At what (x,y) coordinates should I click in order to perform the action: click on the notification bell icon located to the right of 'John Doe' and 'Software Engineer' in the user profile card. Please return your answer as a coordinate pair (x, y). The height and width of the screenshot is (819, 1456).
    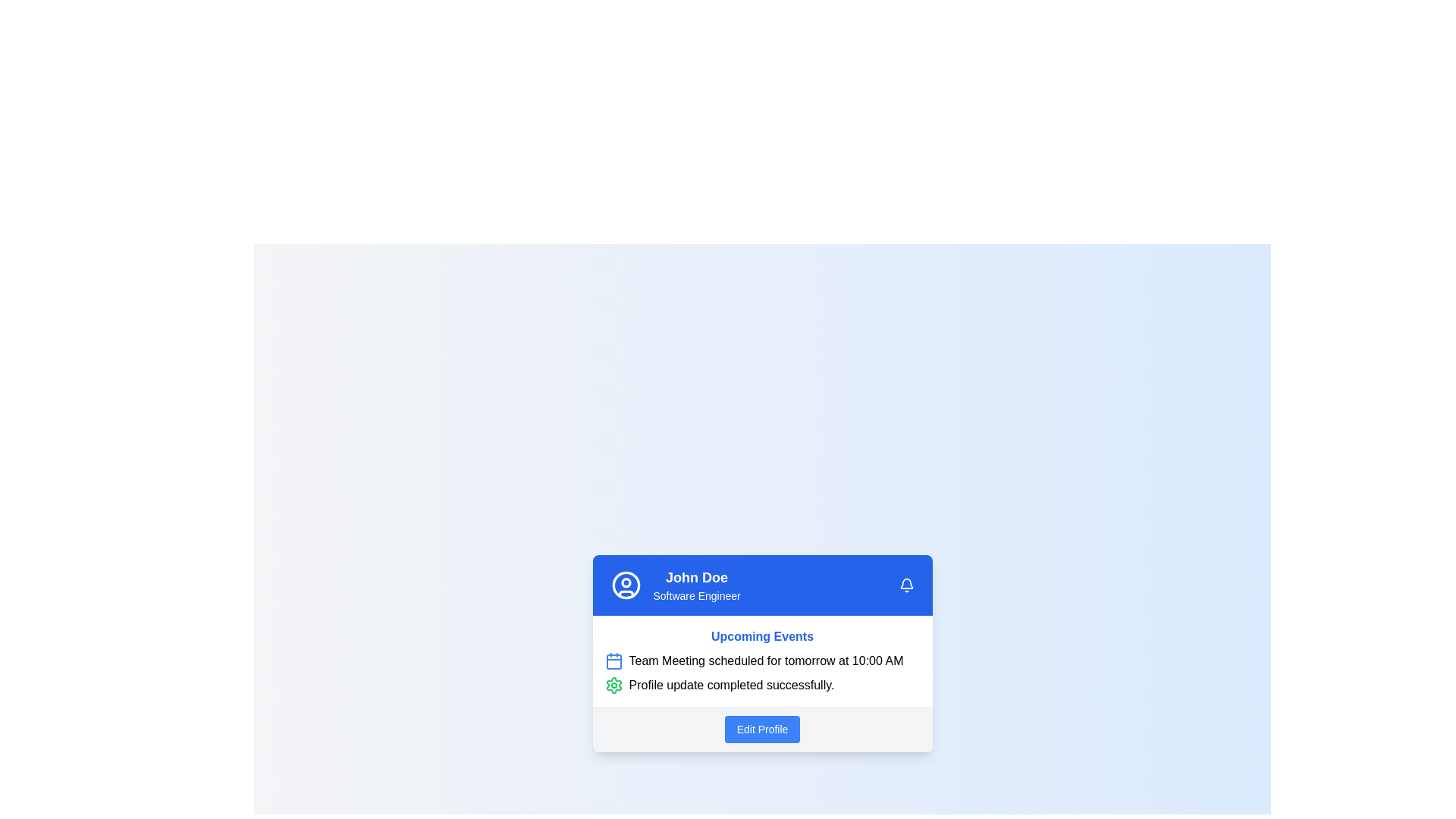
    Looking at the image, I should click on (906, 582).